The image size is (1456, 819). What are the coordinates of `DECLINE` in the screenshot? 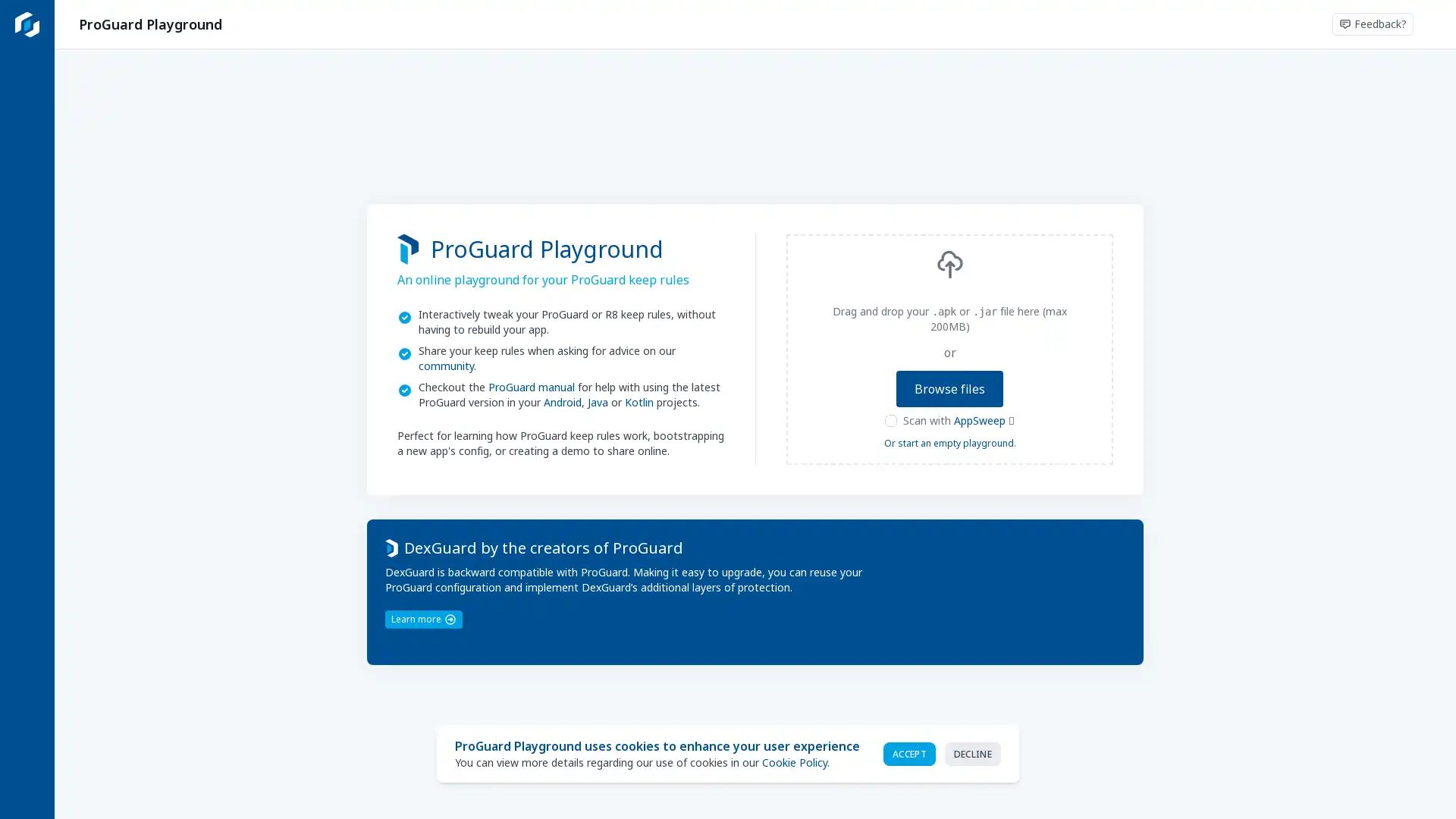 It's located at (972, 753).